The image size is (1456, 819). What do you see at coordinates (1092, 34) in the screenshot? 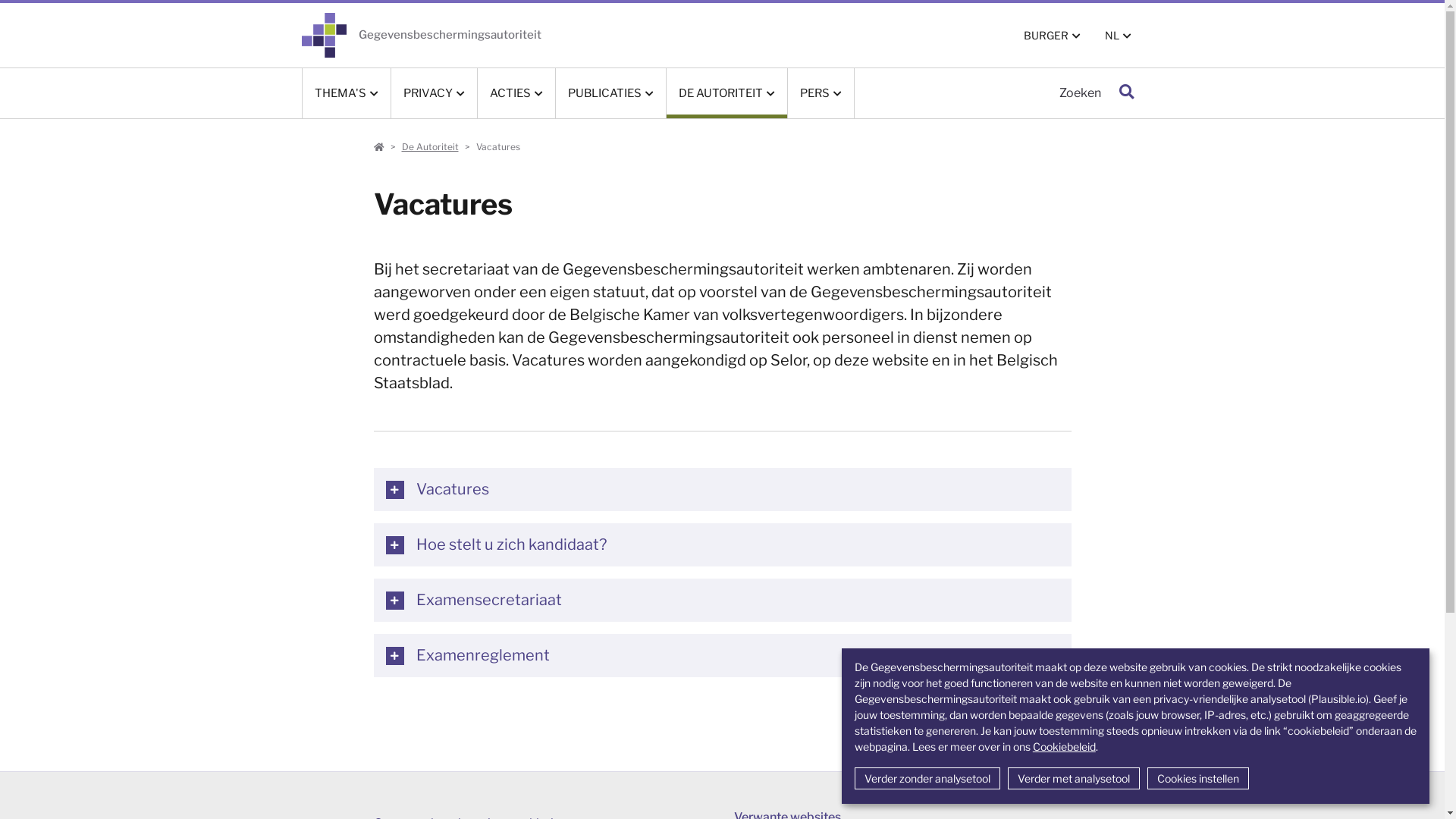
I see `'NL'` at bounding box center [1092, 34].